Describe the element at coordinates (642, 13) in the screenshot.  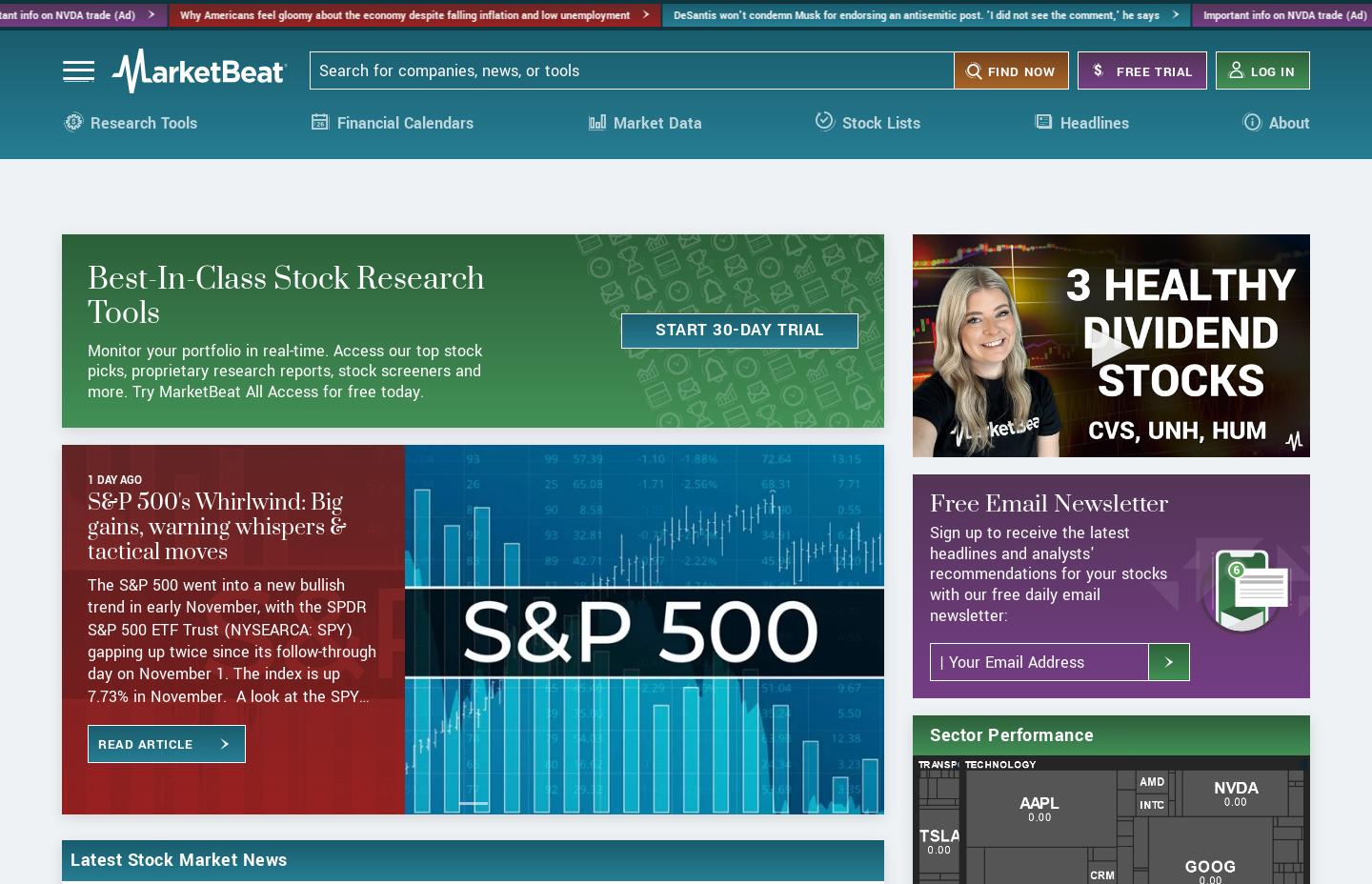
I see `'DeSantis won't condemn Musk for endorsing an antisemitic post. 'I did not see the comment,' he says'` at that location.